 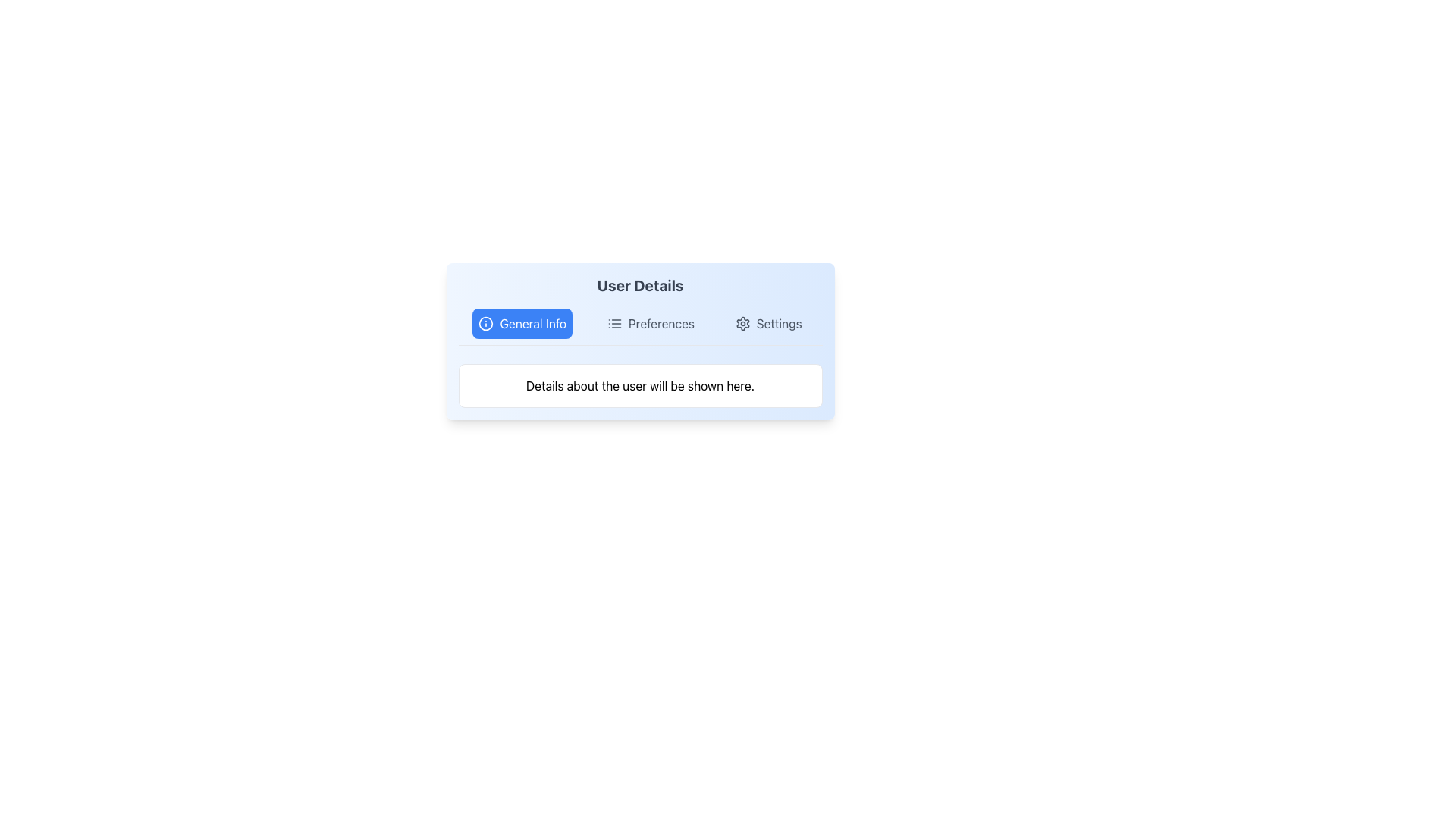 What do you see at coordinates (742, 323) in the screenshot?
I see `the gear-shaped settings icon located on the right side of the navigation bar` at bounding box center [742, 323].